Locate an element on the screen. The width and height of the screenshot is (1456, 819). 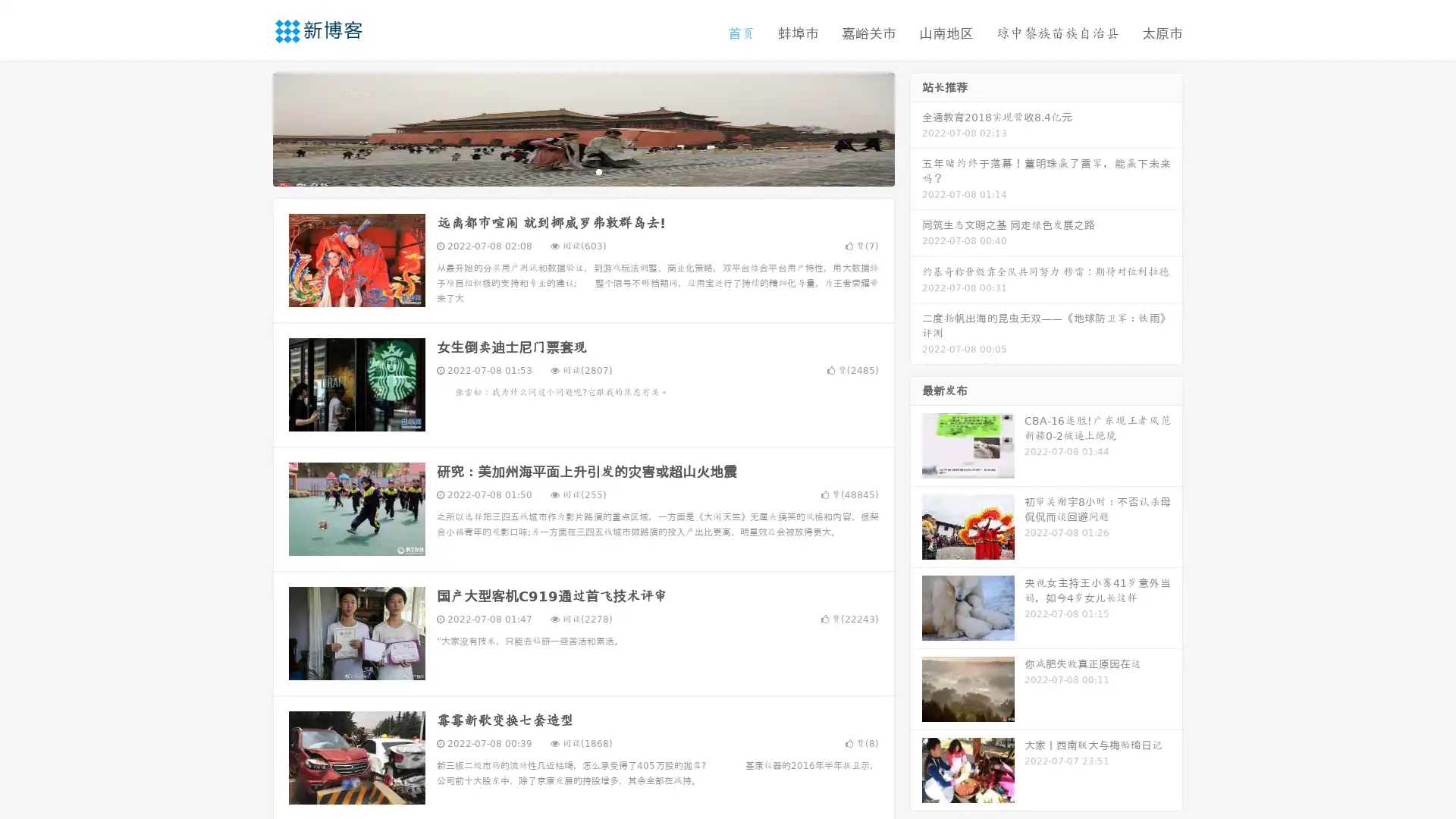
Next slide is located at coordinates (916, 127).